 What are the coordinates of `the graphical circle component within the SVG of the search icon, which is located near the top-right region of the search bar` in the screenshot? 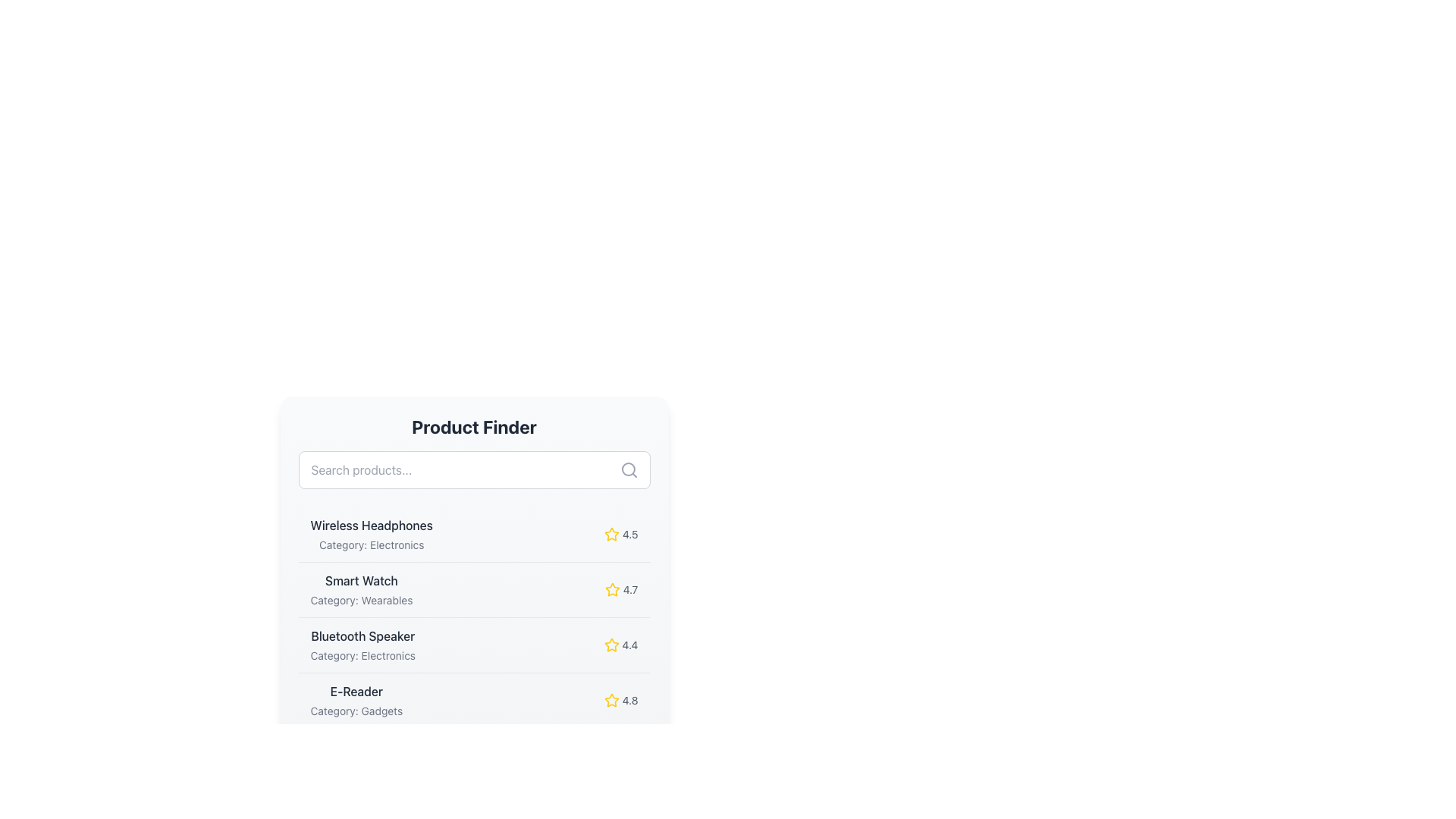 It's located at (628, 468).